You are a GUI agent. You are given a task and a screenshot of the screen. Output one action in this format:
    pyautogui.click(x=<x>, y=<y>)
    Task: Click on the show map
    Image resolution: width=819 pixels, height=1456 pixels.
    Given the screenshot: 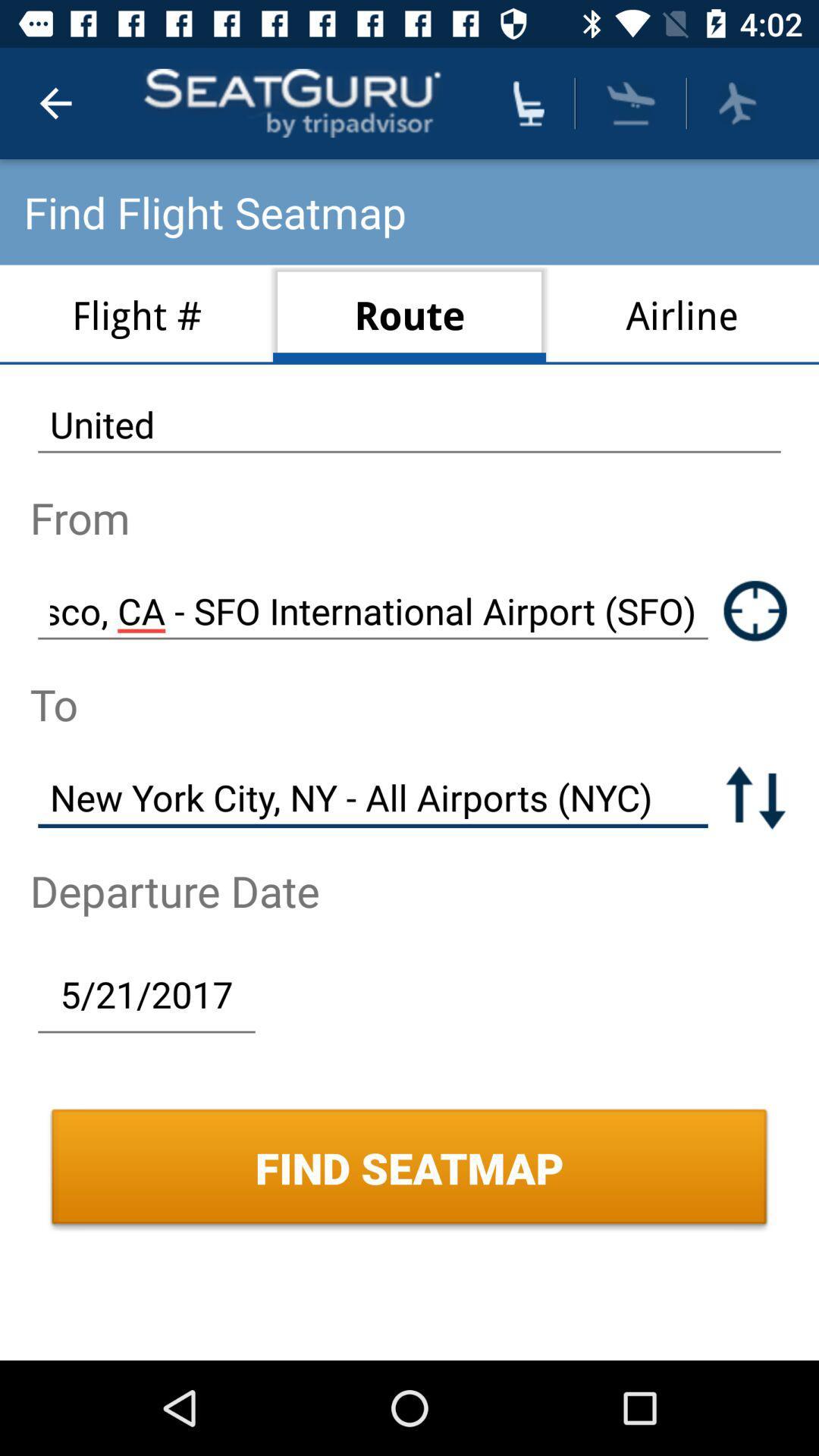 What is the action you would take?
    pyautogui.click(x=755, y=610)
    